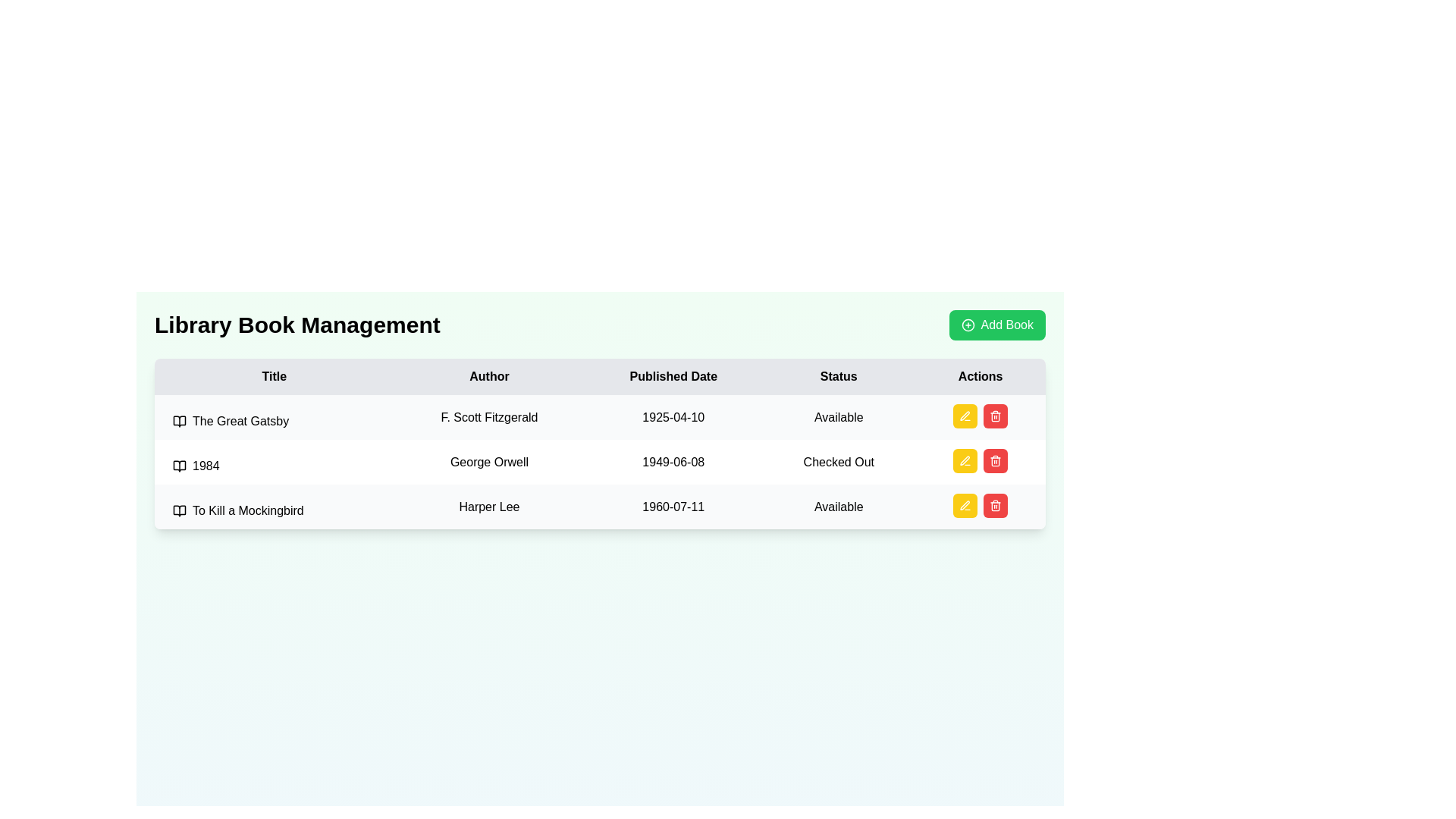  Describe the element at coordinates (179, 421) in the screenshot. I see `the open book icon located in the 'Title' column of the top row, to the left of the text 'The Great Gatsby'` at that location.